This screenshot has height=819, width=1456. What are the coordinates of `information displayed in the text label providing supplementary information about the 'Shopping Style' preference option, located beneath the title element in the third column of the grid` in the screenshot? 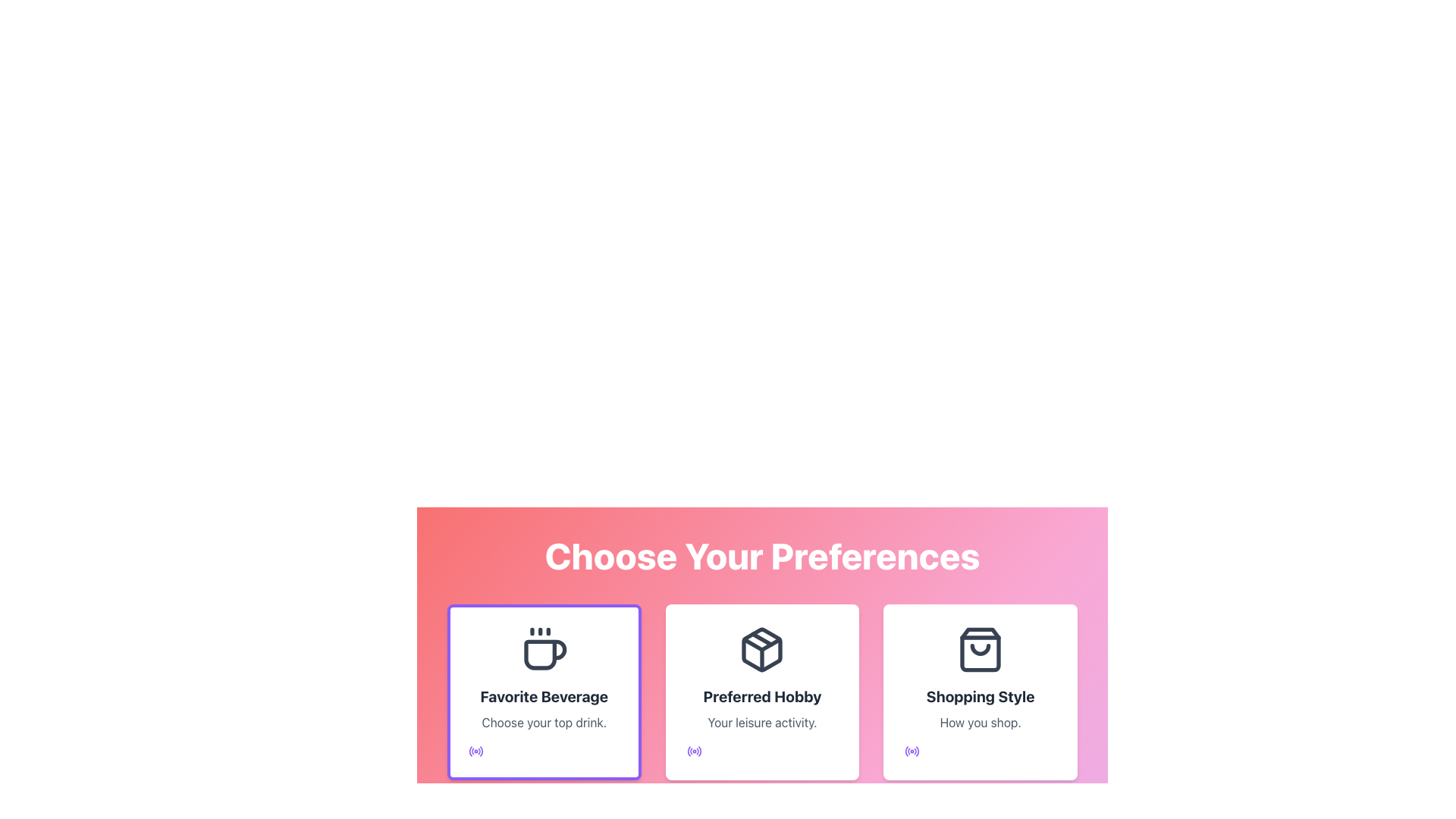 It's located at (981, 721).